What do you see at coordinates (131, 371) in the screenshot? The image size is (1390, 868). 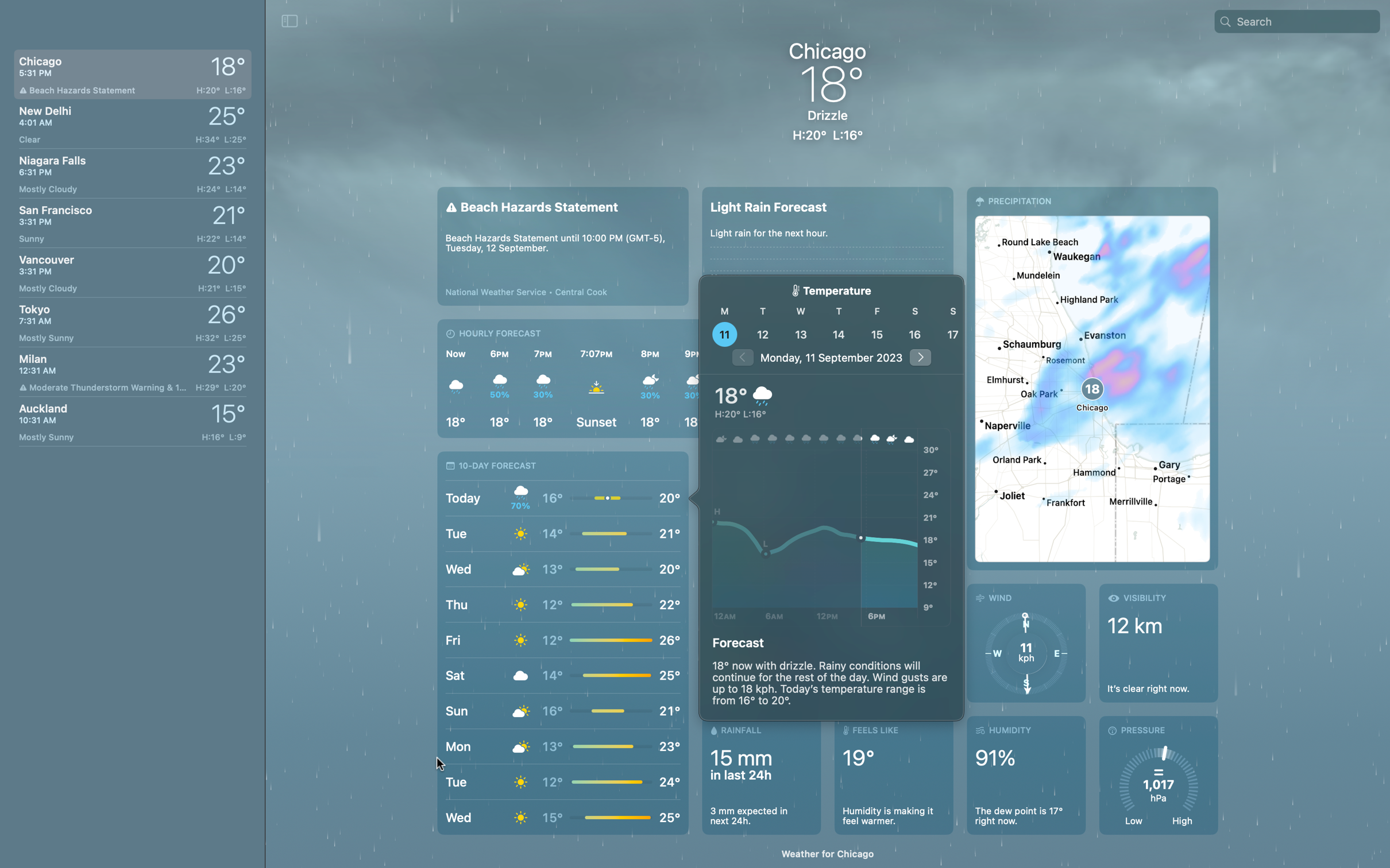 I see `Show the weather conditions in Milan` at bounding box center [131, 371].